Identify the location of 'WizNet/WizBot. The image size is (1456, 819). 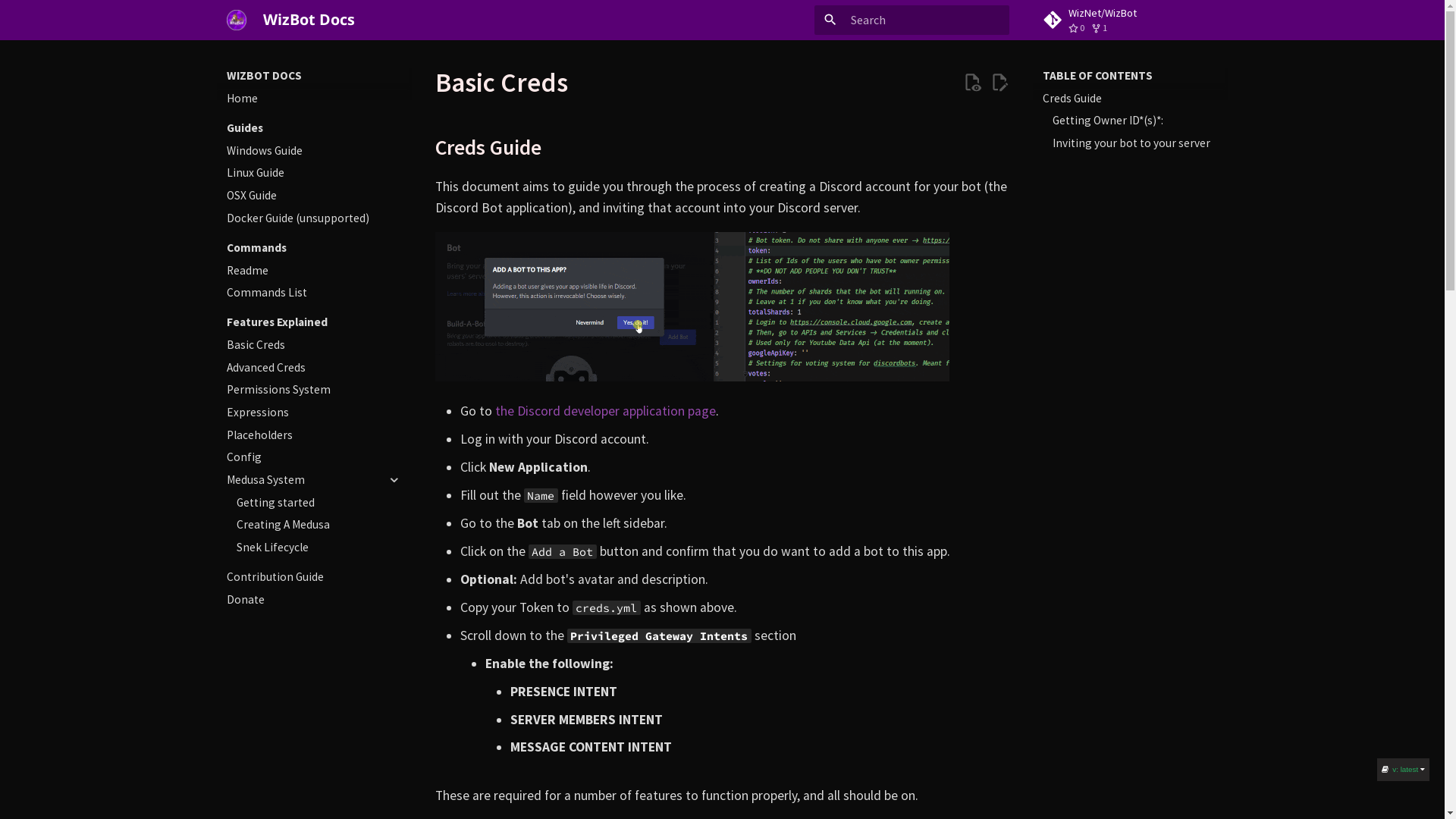
(1130, 20).